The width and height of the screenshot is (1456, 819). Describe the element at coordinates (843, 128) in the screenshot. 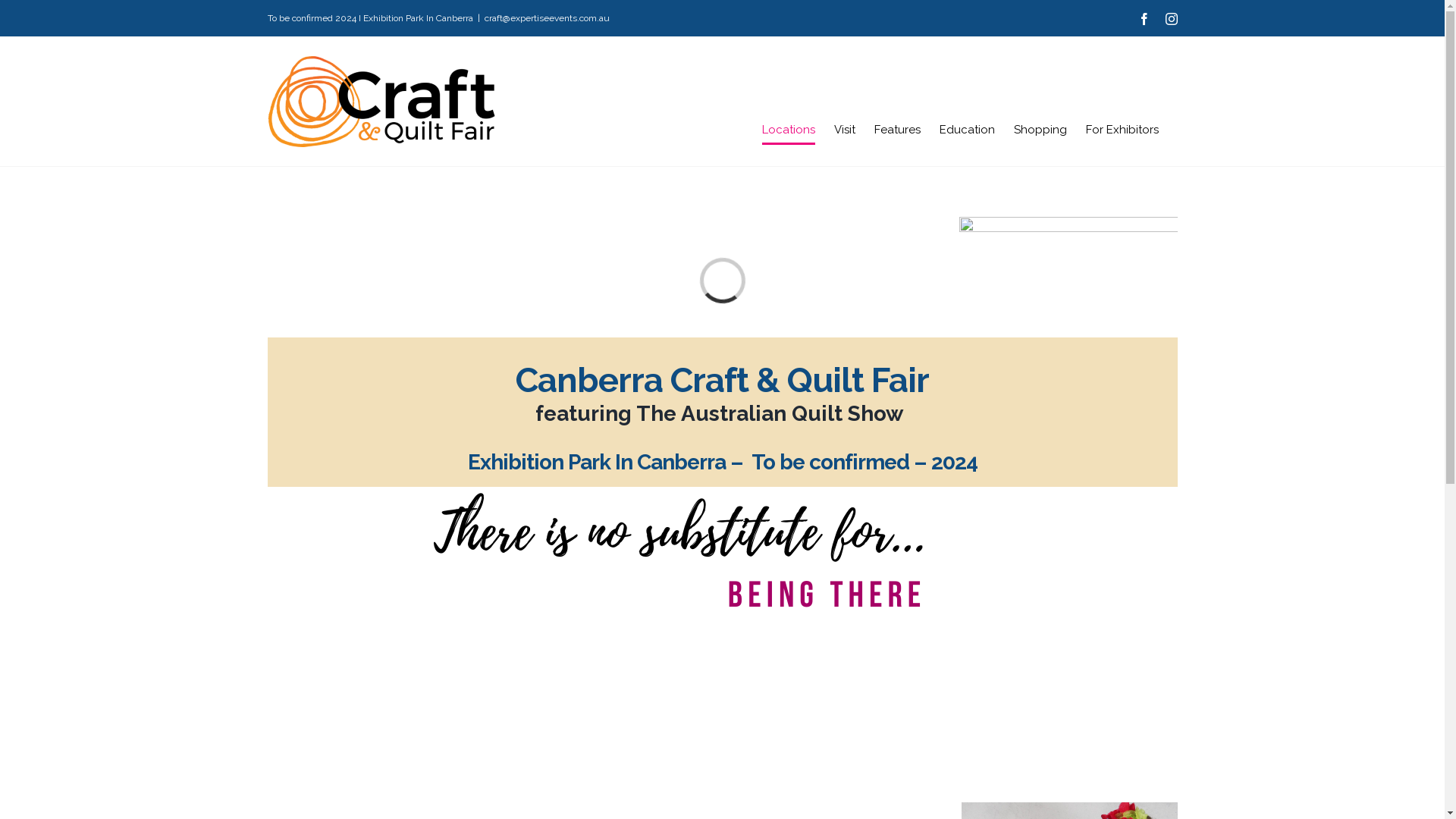

I see `'Visit'` at that location.